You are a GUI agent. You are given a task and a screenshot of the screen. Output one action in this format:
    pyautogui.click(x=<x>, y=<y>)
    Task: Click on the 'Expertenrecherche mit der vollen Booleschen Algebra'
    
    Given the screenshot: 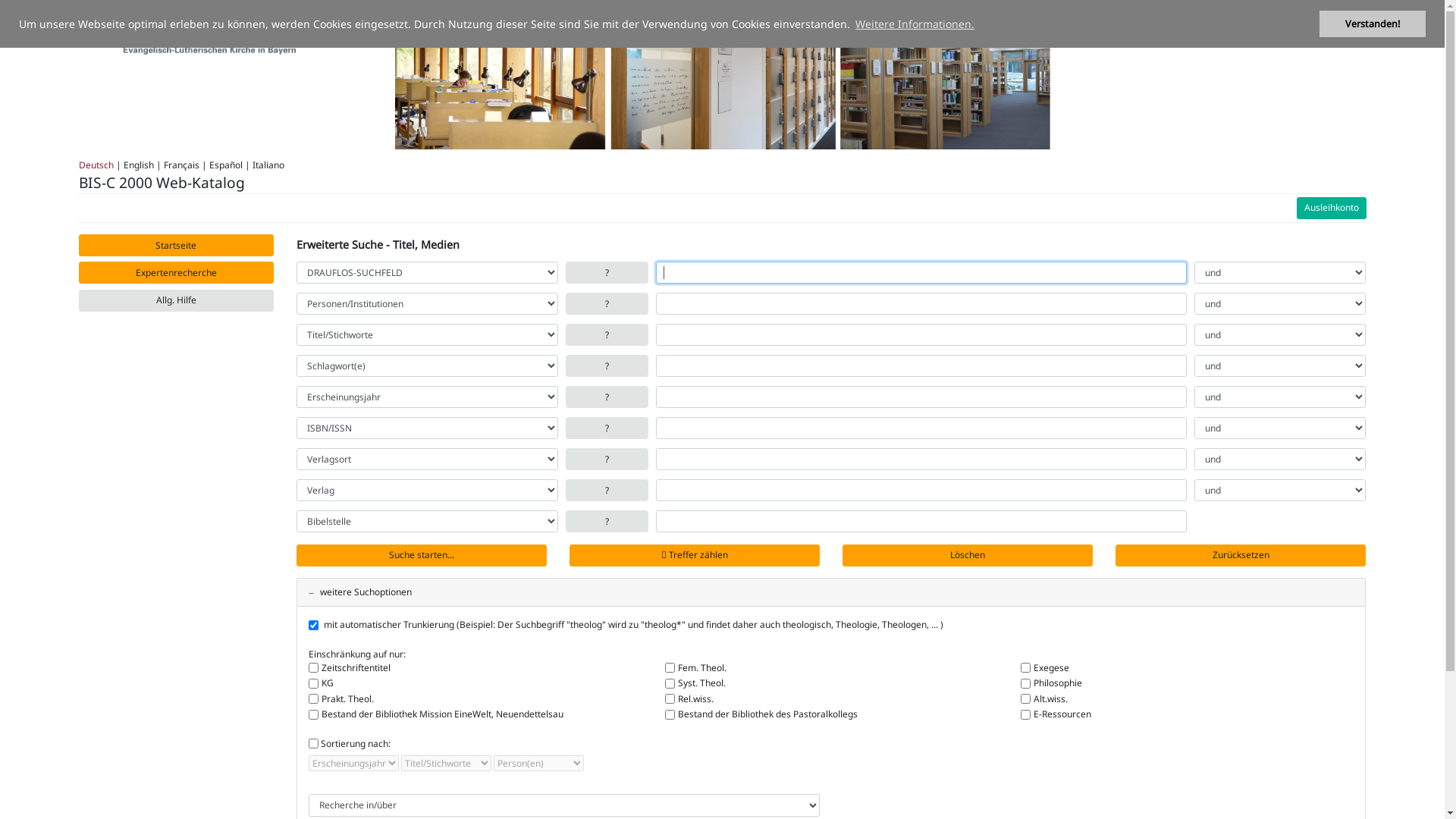 What is the action you would take?
    pyautogui.click(x=177, y=271)
    